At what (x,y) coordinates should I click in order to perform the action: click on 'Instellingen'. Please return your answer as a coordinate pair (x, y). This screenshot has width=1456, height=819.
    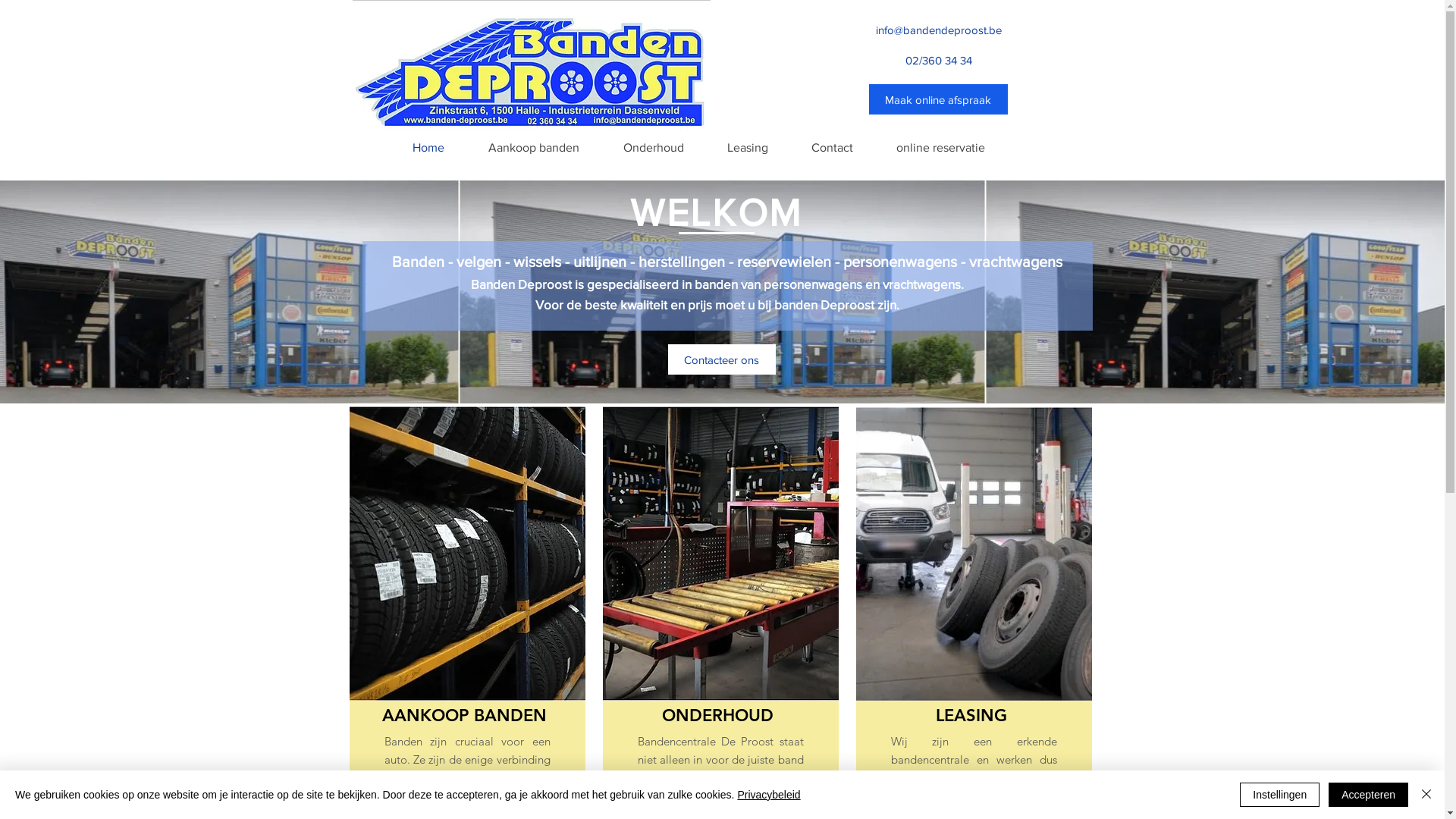
    Looking at the image, I should click on (1279, 794).